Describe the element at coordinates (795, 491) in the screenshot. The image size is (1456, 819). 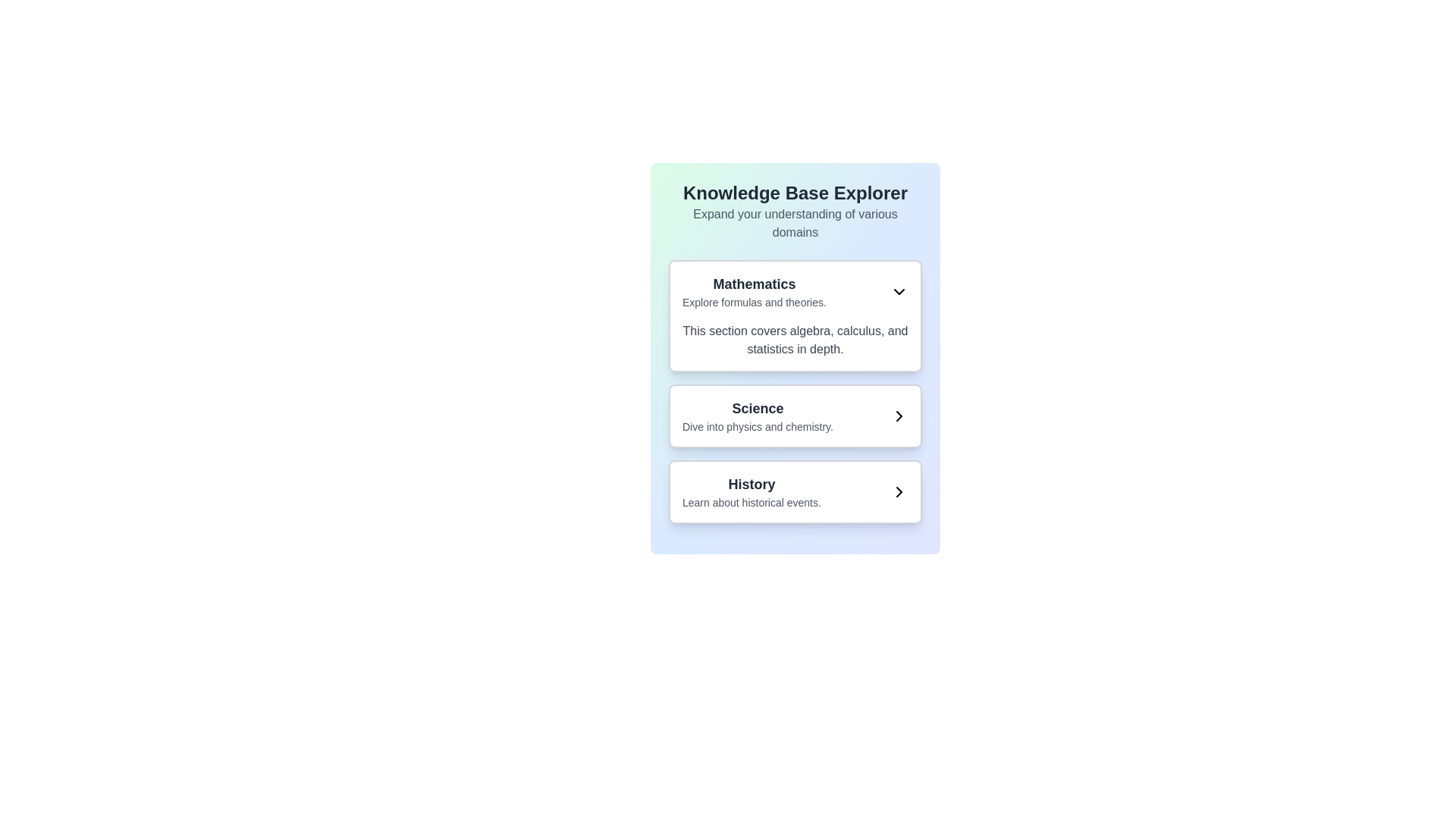
I see `the 'History' category list item in the 'Knowledge Base Explorer' section, which includes a nested heading and description, positioned as the third option in the list` at that location.